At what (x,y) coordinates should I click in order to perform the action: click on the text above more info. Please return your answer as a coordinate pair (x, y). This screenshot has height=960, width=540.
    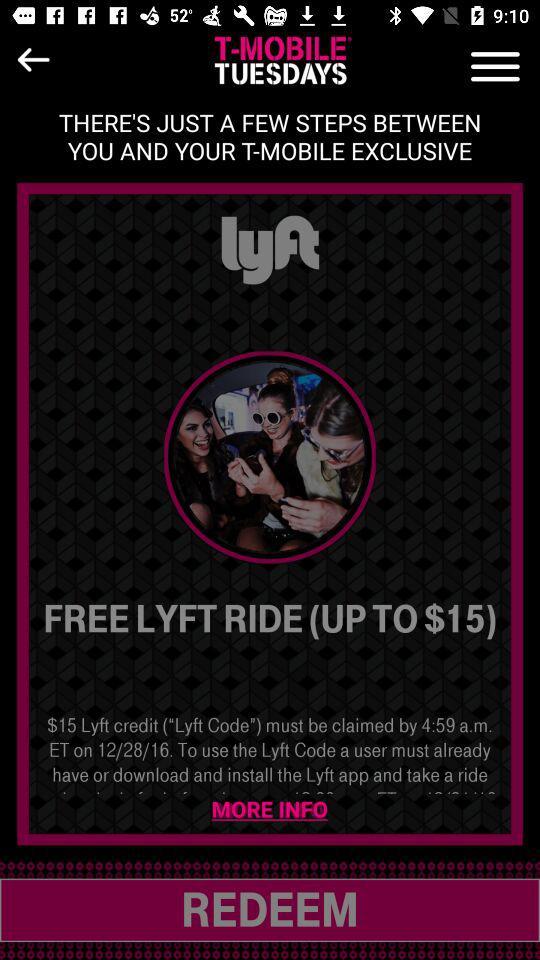
    Looking at the image, I should click on (270, 752).